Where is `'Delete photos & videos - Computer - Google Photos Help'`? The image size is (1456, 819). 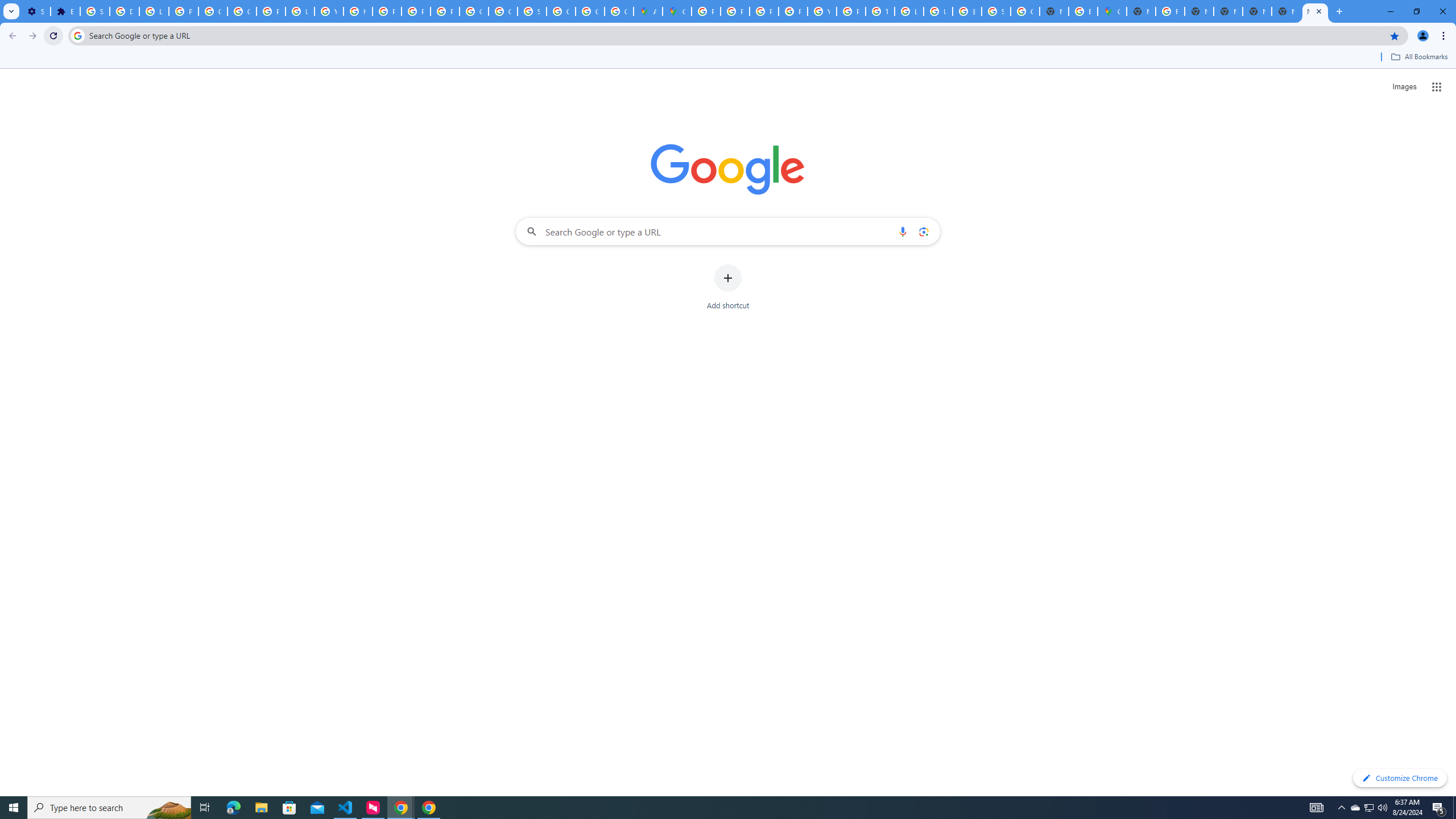 'Delete photos & videos - Computer - Google Photos Help' is located at coordinates (123, 11).